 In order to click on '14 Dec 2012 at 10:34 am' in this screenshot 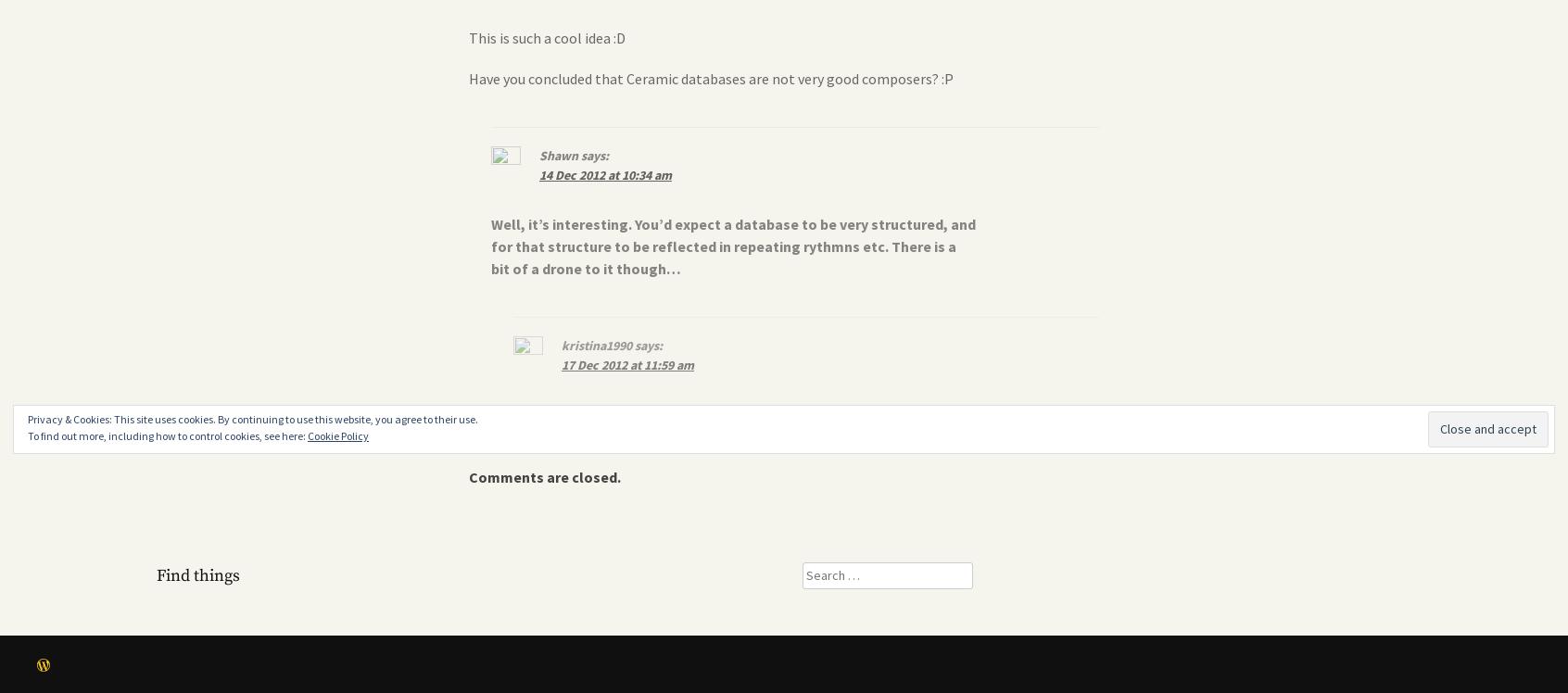, I will do `click(605, 175)`.